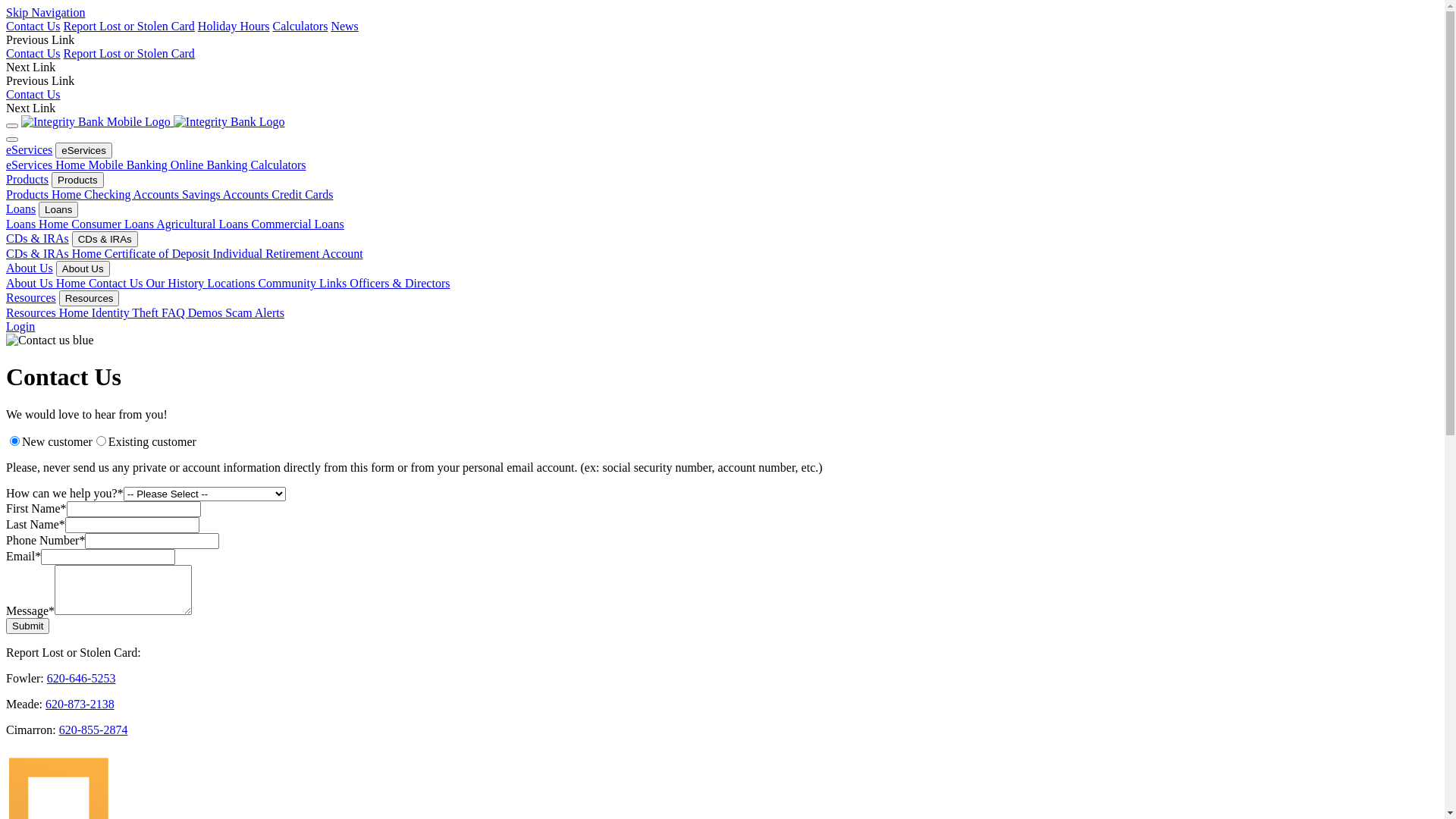  I want to click on 'eServices', so click(29, 149).